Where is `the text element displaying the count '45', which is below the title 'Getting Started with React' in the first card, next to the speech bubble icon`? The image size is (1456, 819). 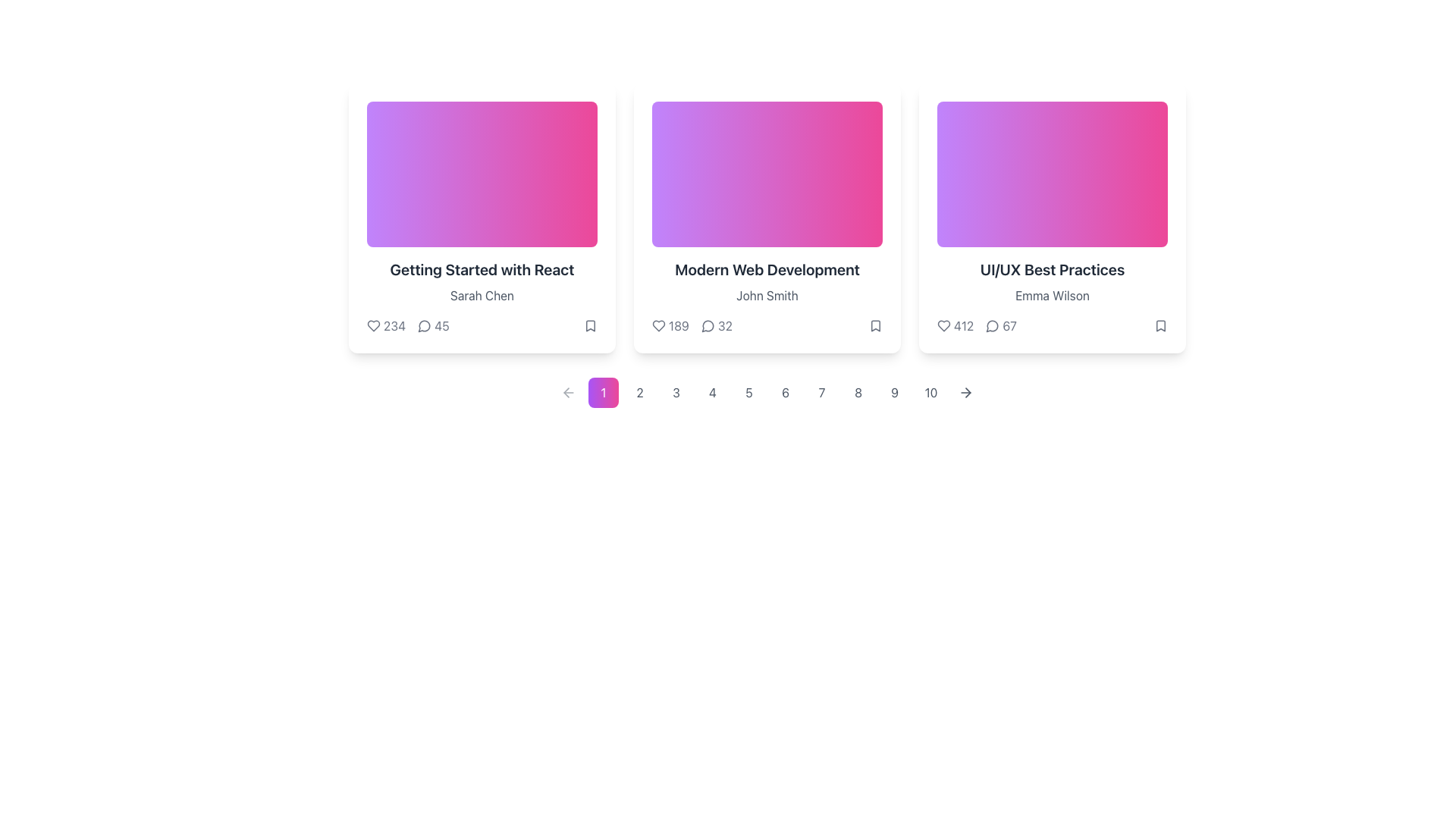
the text element displaying the count '45', which is below the title 'Getting Started with React' in the first card, next to the speech bubble icon is located at coordinates (441, 325).